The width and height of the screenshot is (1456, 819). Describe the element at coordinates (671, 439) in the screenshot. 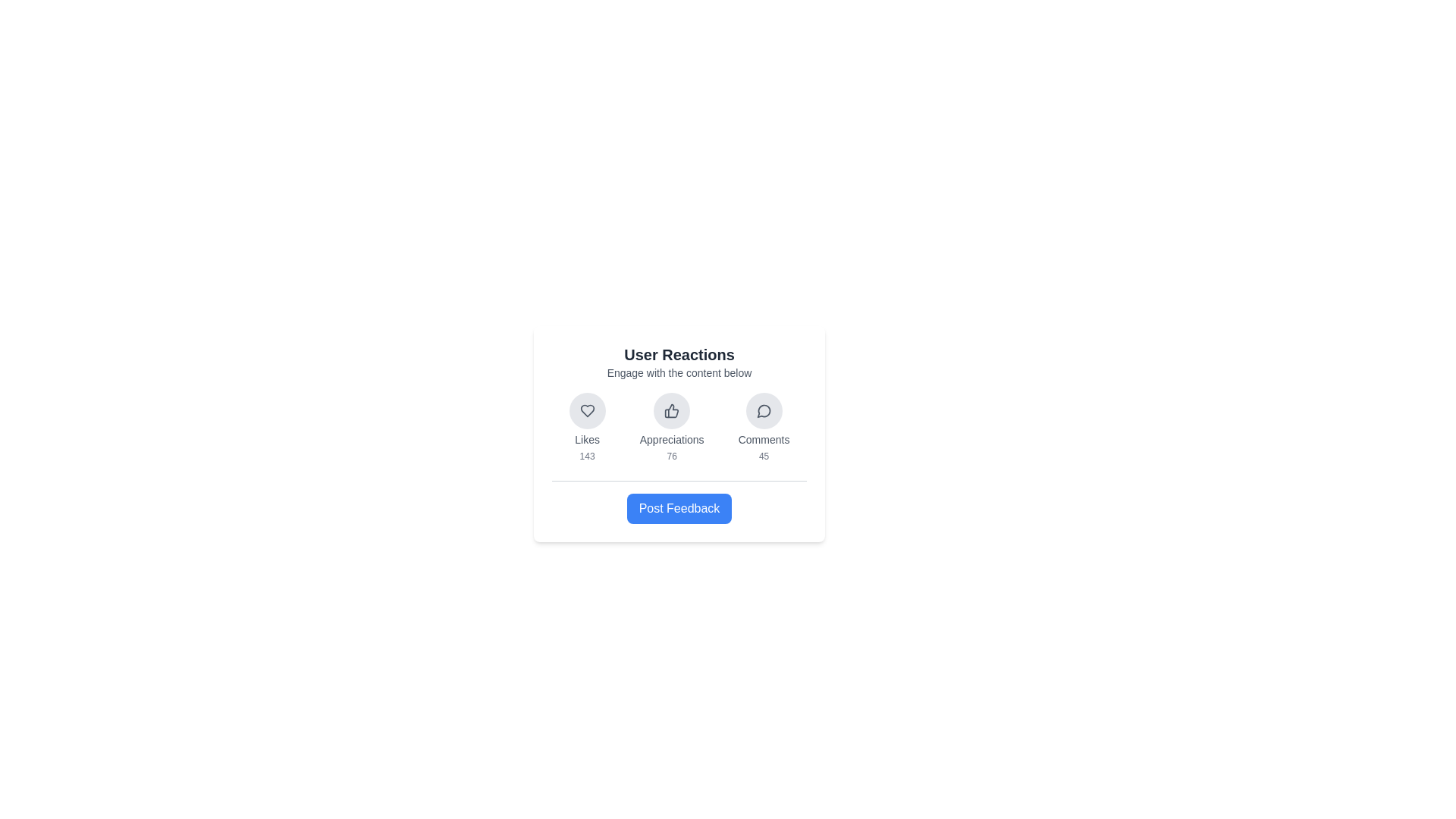

I see `the text label that reads 'Appreciations', which is styled with a small font size and gray color, located directly below the thumbs-up icon in the 'User Reactions' section` at that location.